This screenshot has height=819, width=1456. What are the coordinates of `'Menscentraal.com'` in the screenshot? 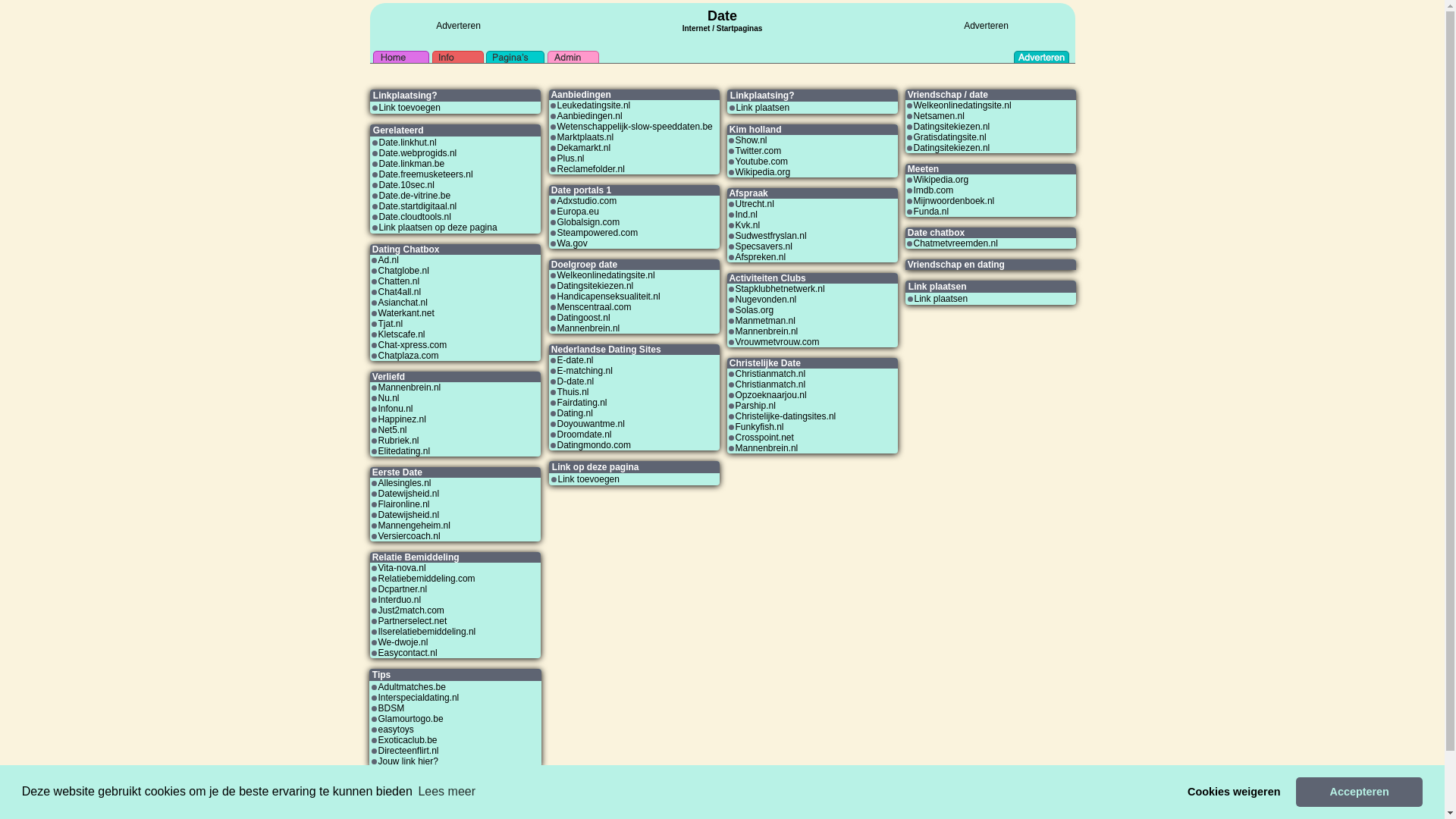 It's located at (592, 307).